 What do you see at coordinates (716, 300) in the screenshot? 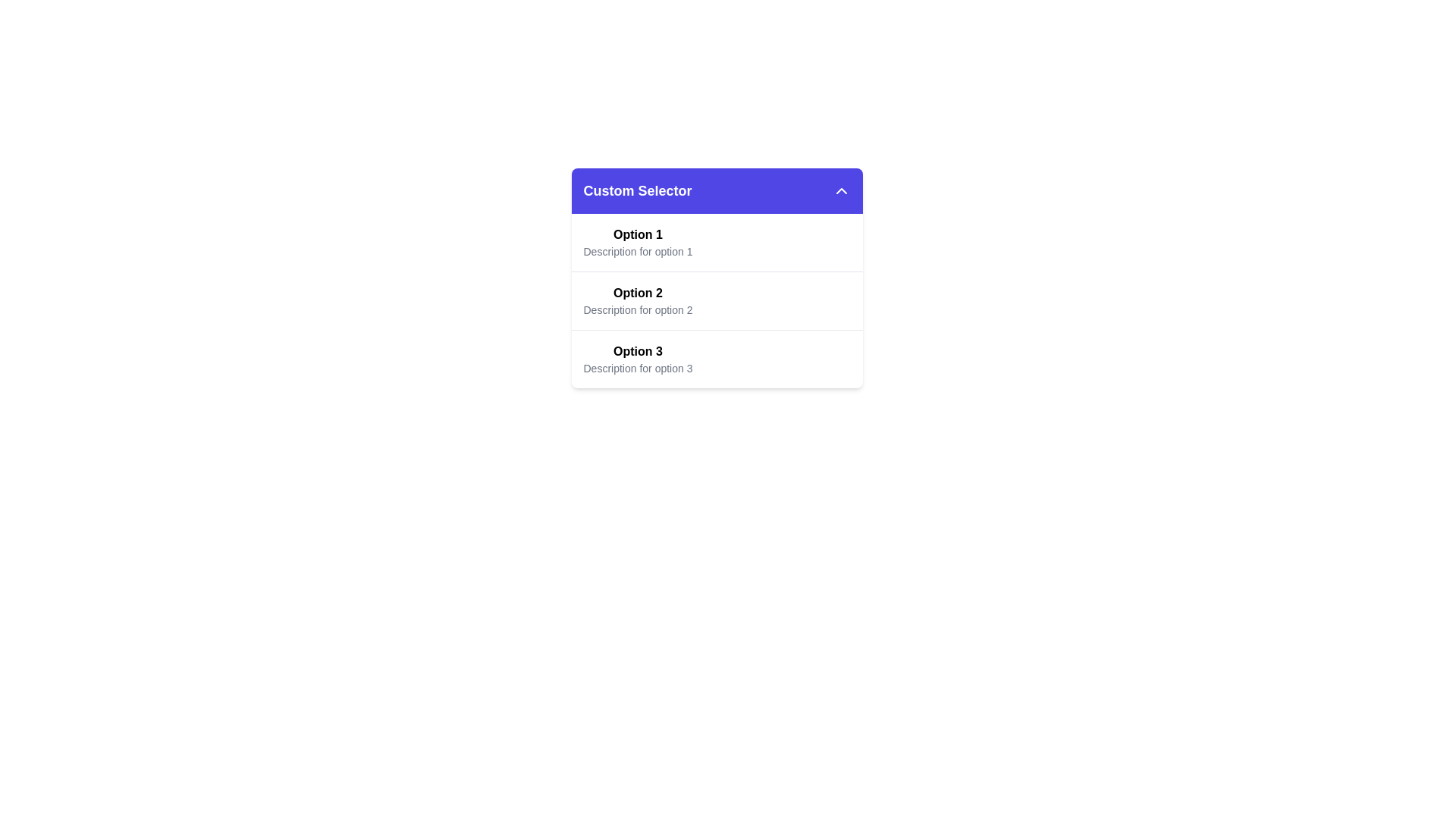
I see `the second selectable list item in the dropdown menu` at bounding box center [716, 300].